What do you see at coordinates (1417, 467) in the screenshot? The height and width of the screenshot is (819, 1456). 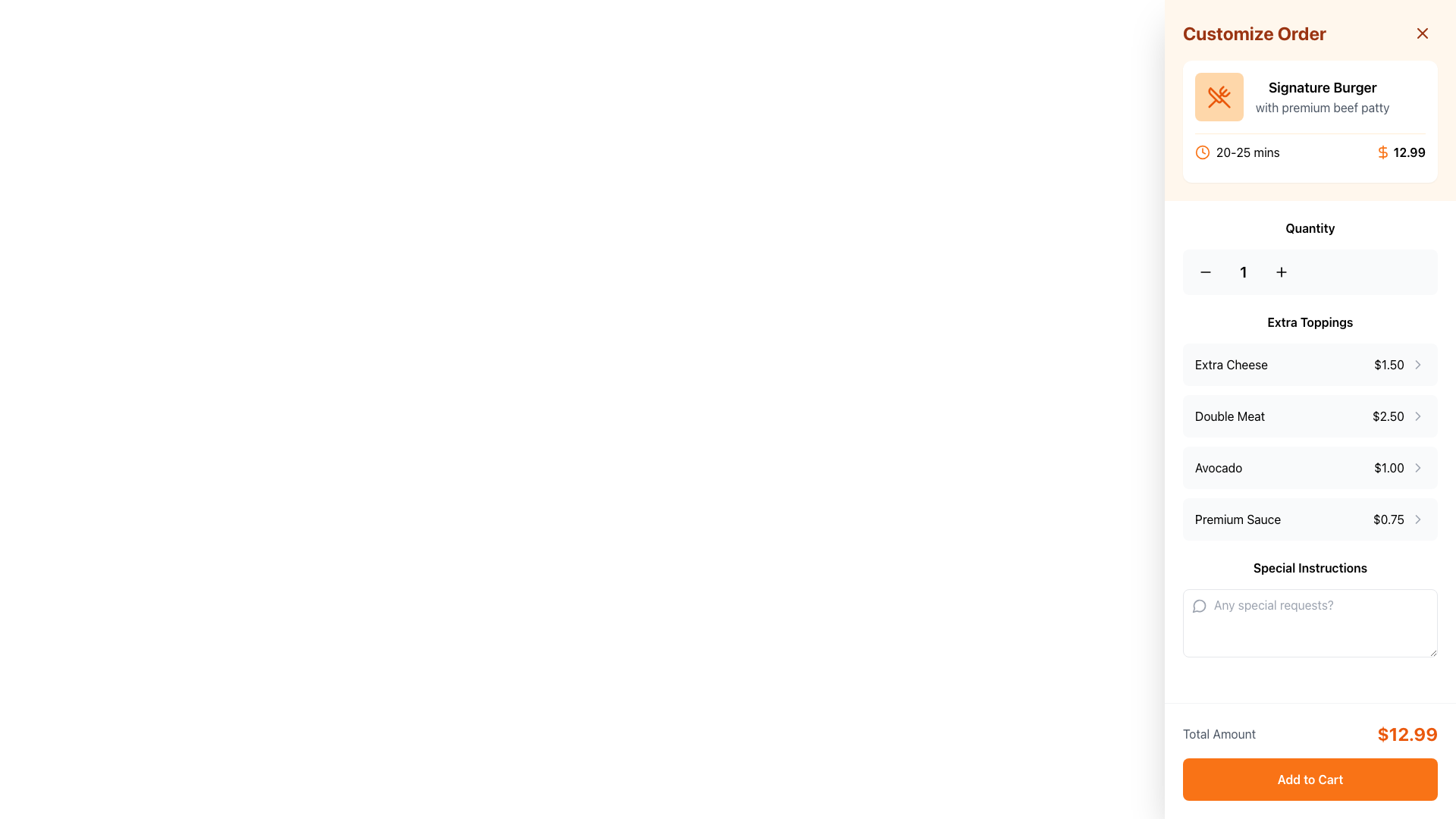 I see `the right-facing chevron icon located on the right side of the 'Avocado $1.00' row in the 'Extra Toppings' section` at bounding box center [1417, 467].